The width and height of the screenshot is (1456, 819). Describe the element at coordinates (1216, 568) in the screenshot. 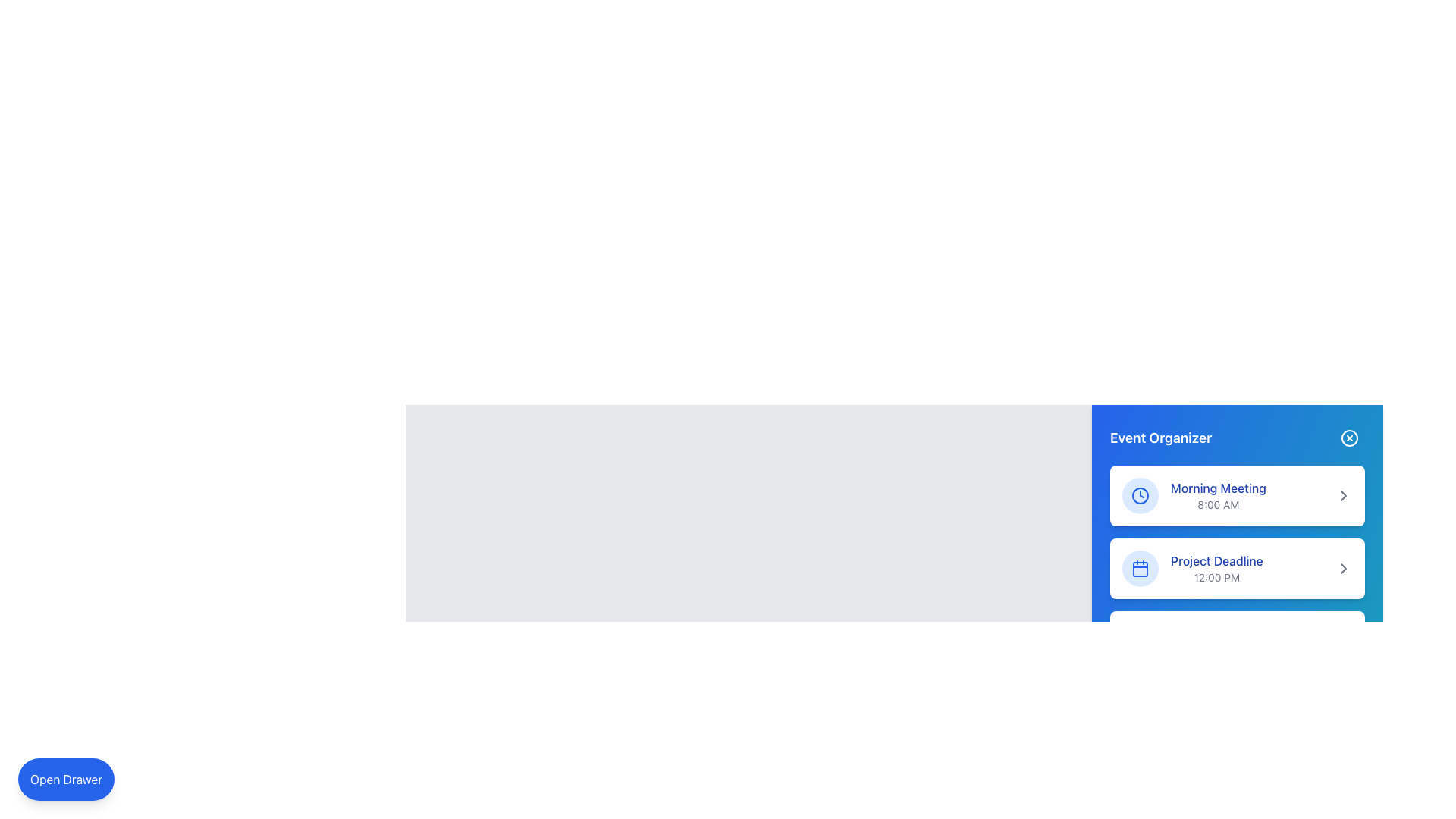

I see `the static text UI component displaying 'Project Deadline' and its scheduled time '12:00 PM' within the 'Event Organizer' panel, located in the second row beneath the 'Morning Meeting' card` at that location.